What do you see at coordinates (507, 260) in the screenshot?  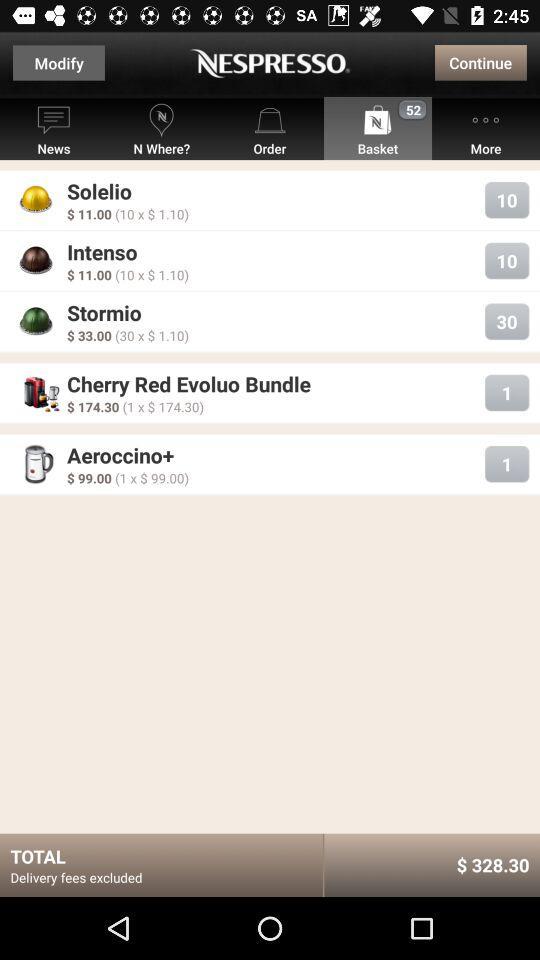 I see `10 which is next to intenso` at bounding box center [507, 260].